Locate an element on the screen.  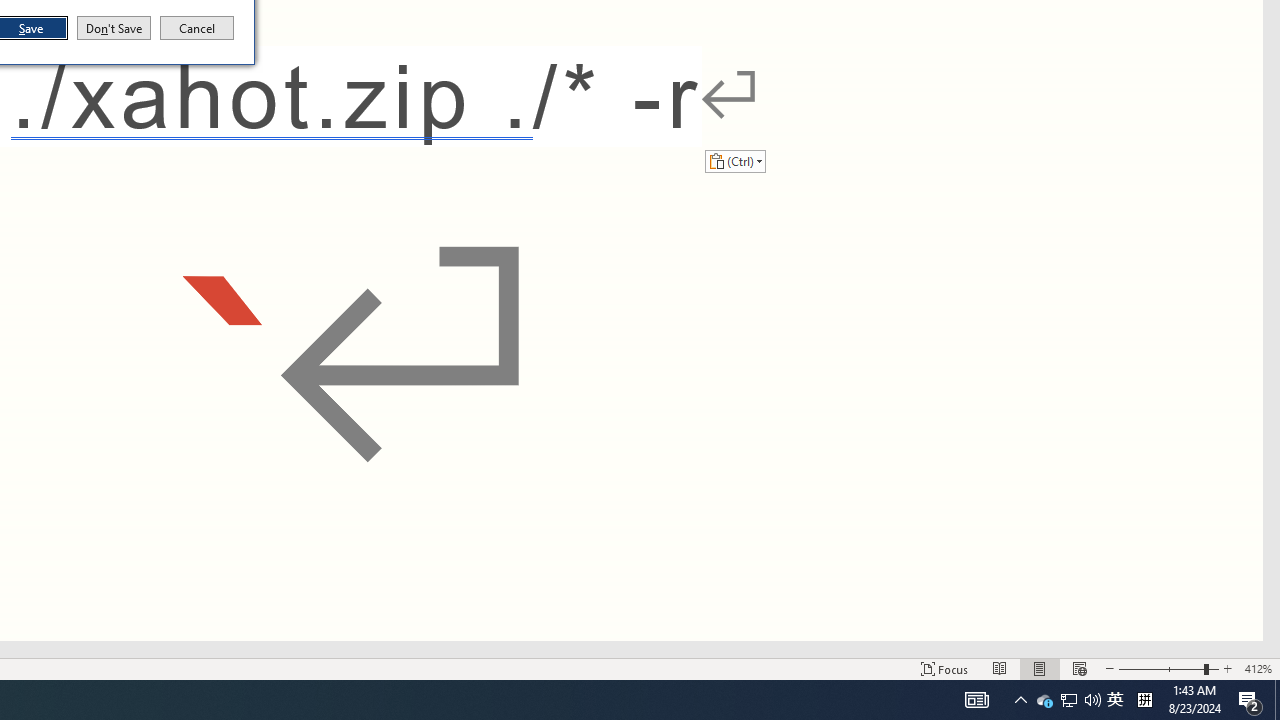
'Cancel' is located at coordinates (197, 28).